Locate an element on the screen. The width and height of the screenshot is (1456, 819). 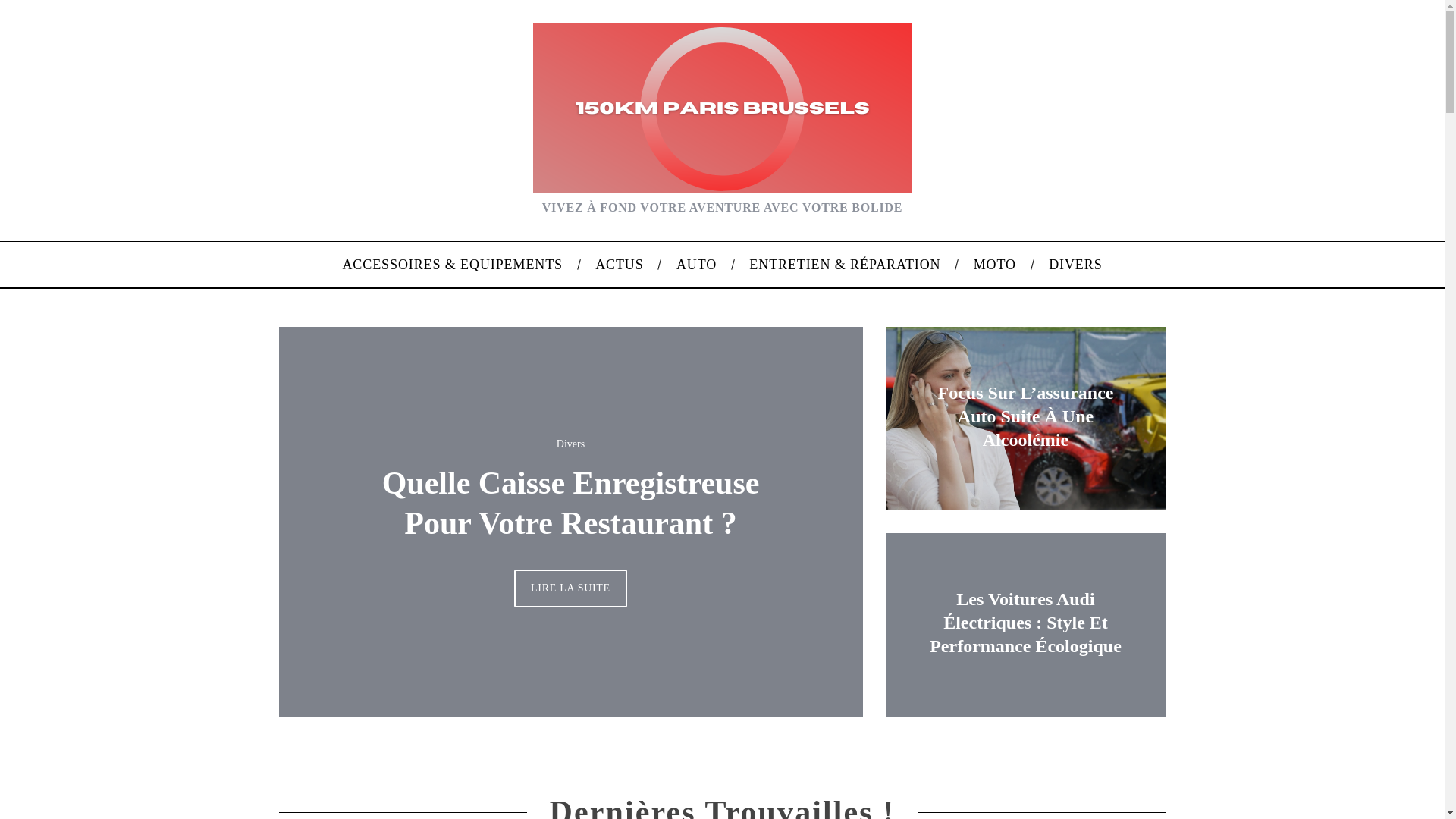
'DIVERS' is located at coordinates (1075, 263).